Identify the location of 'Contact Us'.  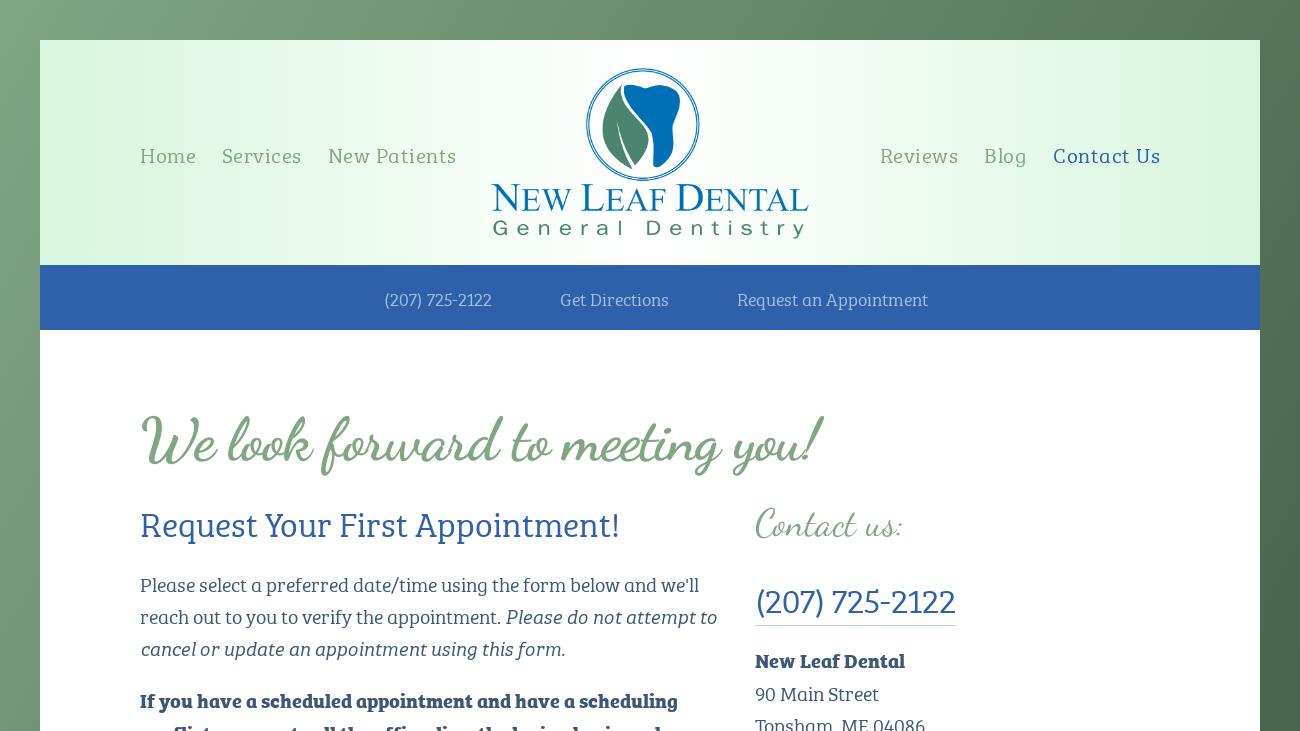
(1105, 152).